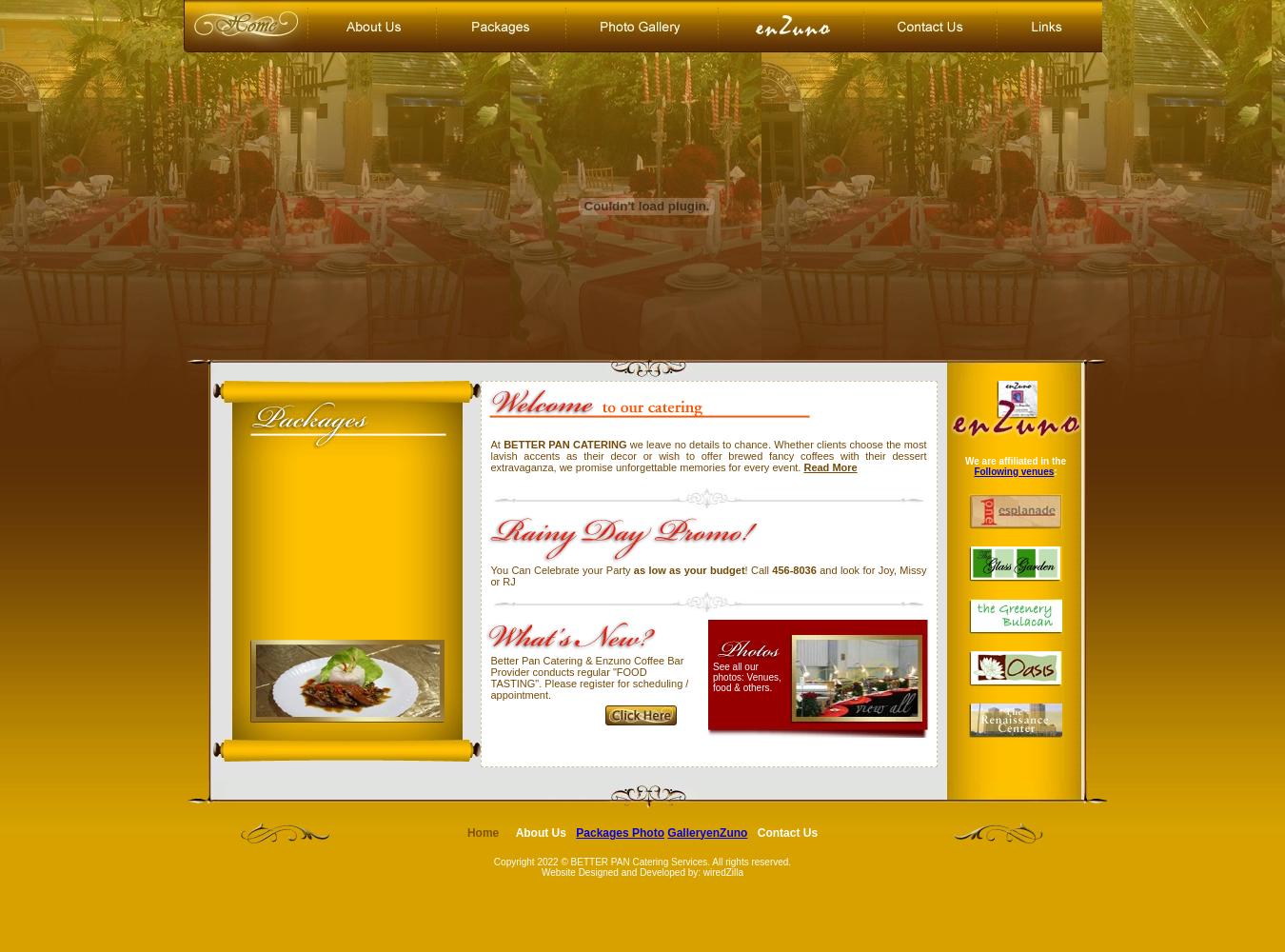 This screenshot has width=1285, height=952. What do you see at coordinates (344, 824) in the screenshot?
I see `'Cinnamon Infused Lemon Marinade Pork Belly, with Lettuce, steam Rice and Sweet Soy Reduction'` at bounding box center [344, 824].